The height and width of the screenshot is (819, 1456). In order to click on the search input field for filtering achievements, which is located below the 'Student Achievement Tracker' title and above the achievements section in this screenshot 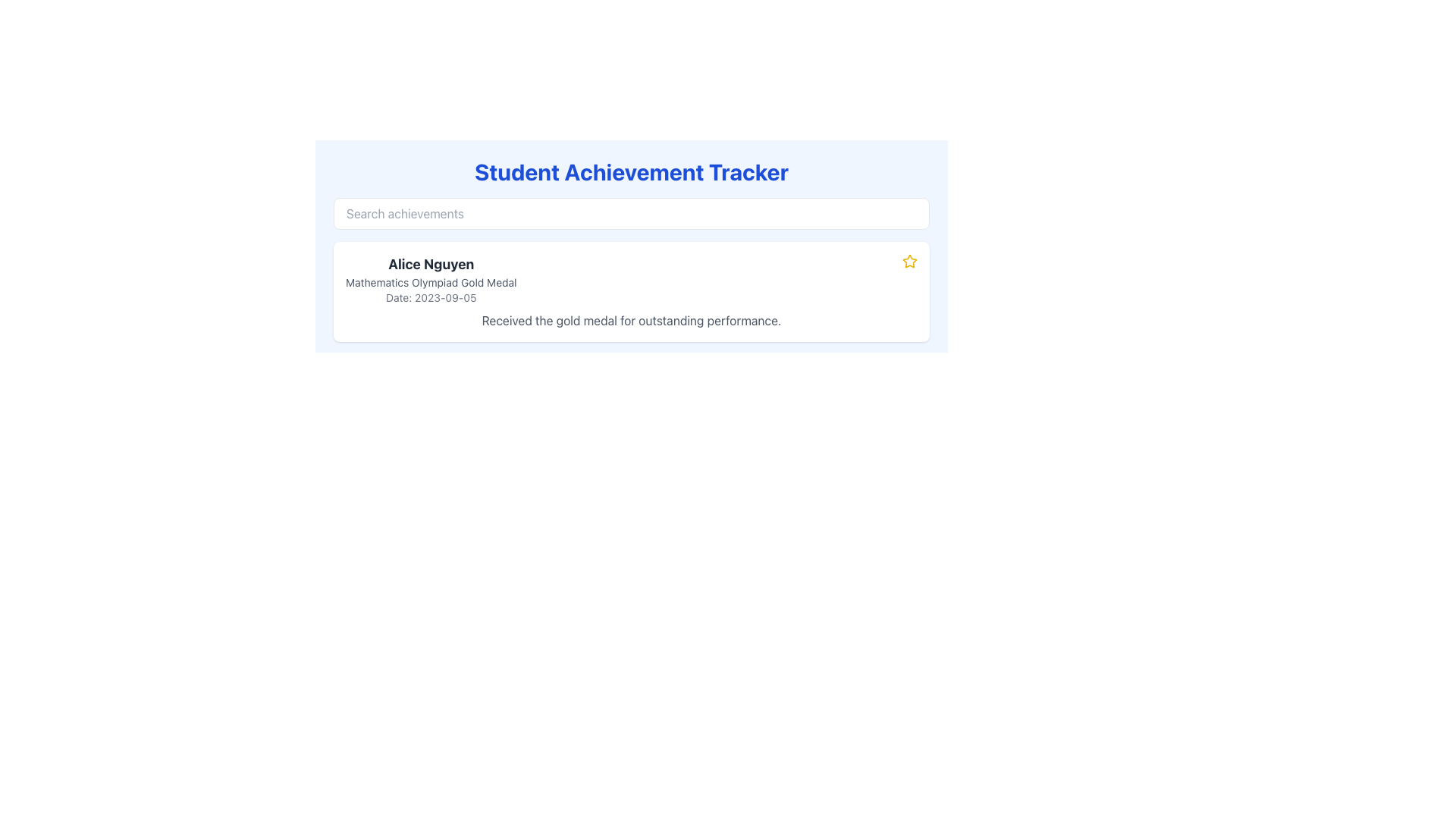, I will do `click(632, 213)`.